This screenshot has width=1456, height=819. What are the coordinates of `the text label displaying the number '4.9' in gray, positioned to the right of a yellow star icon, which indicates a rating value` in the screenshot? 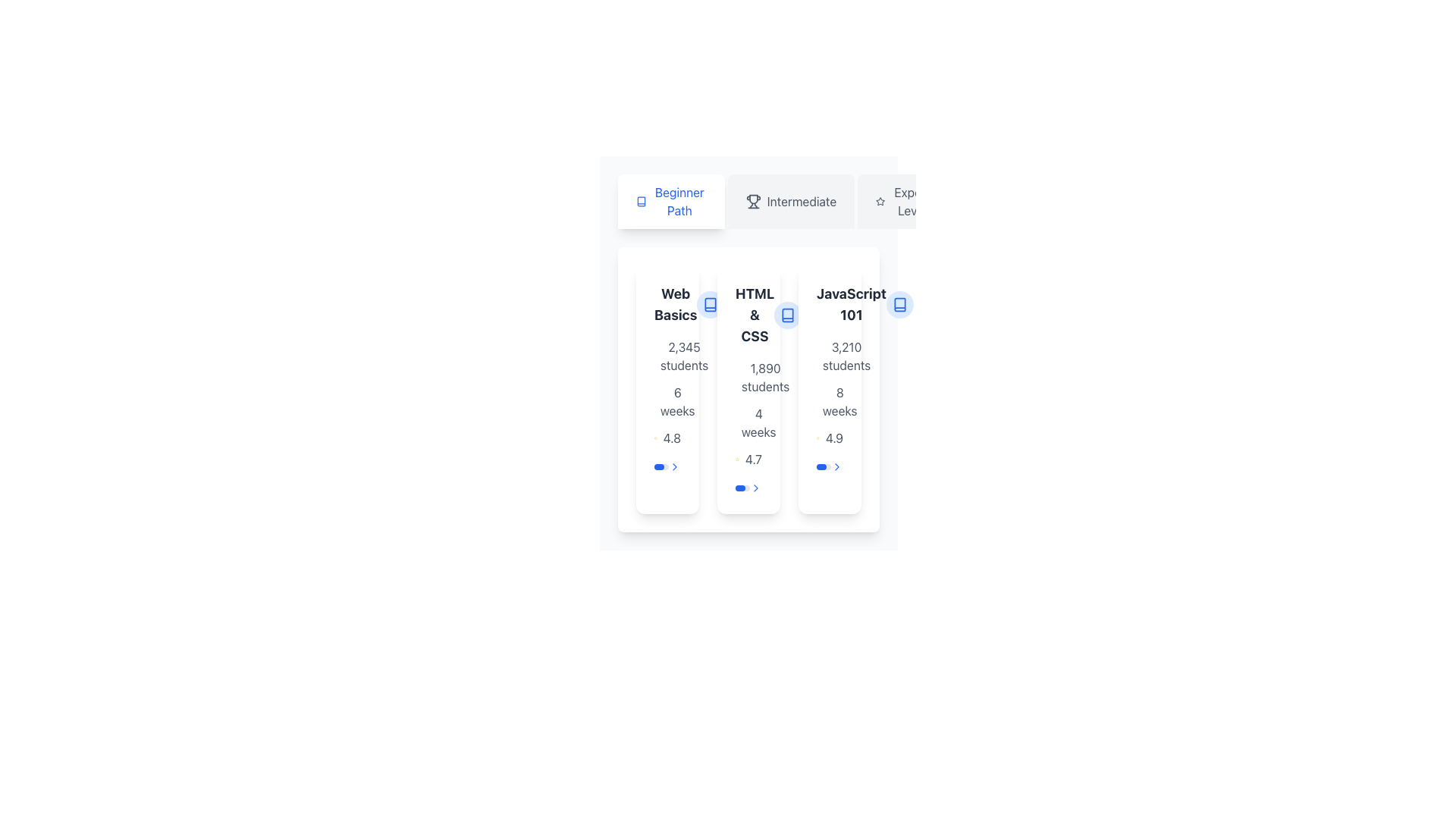 It's located at (833, 438).